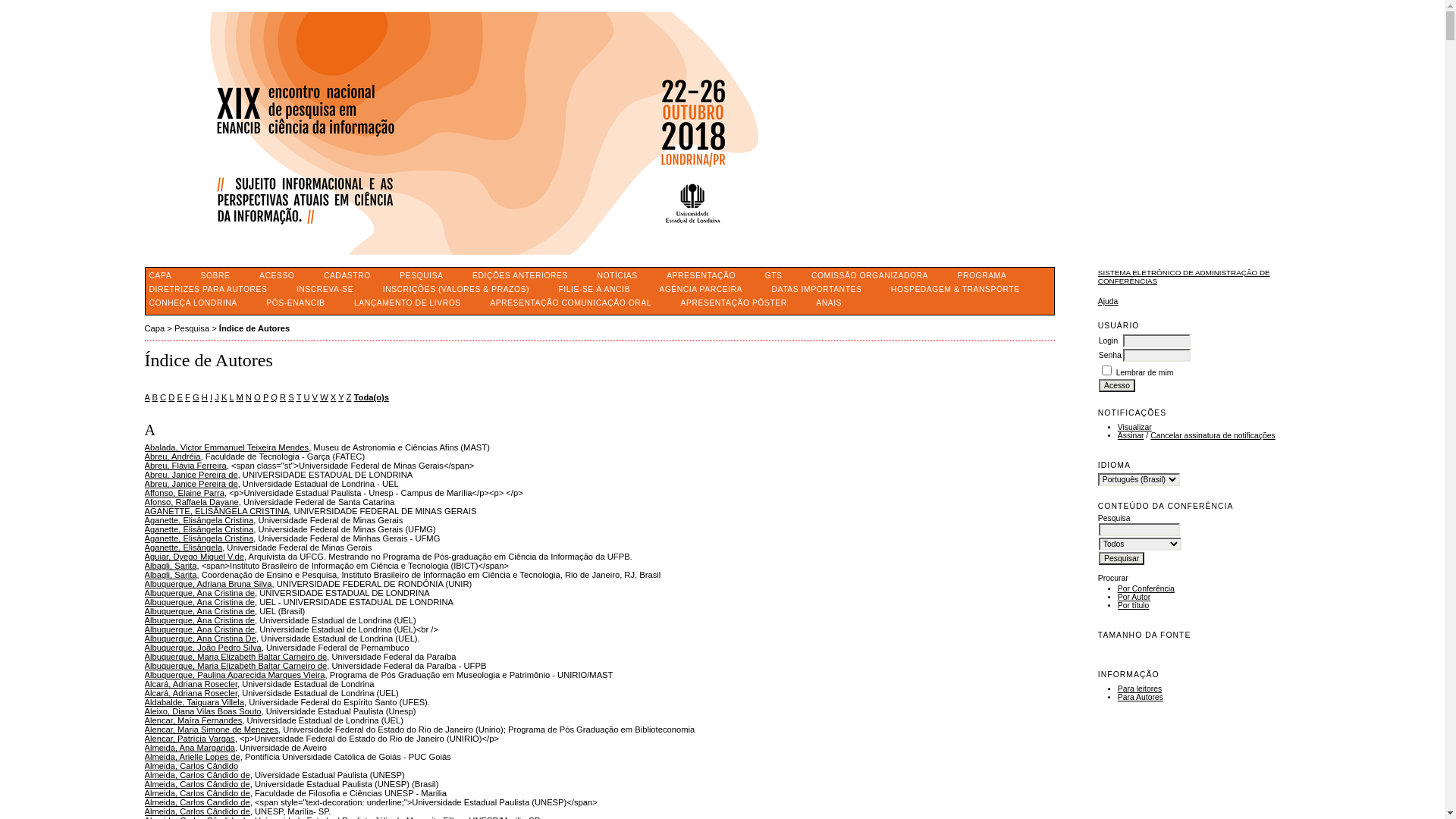  Describe the element at coordinates (215, 275) in the screenshot. I see `'SOBRE'` at that location.